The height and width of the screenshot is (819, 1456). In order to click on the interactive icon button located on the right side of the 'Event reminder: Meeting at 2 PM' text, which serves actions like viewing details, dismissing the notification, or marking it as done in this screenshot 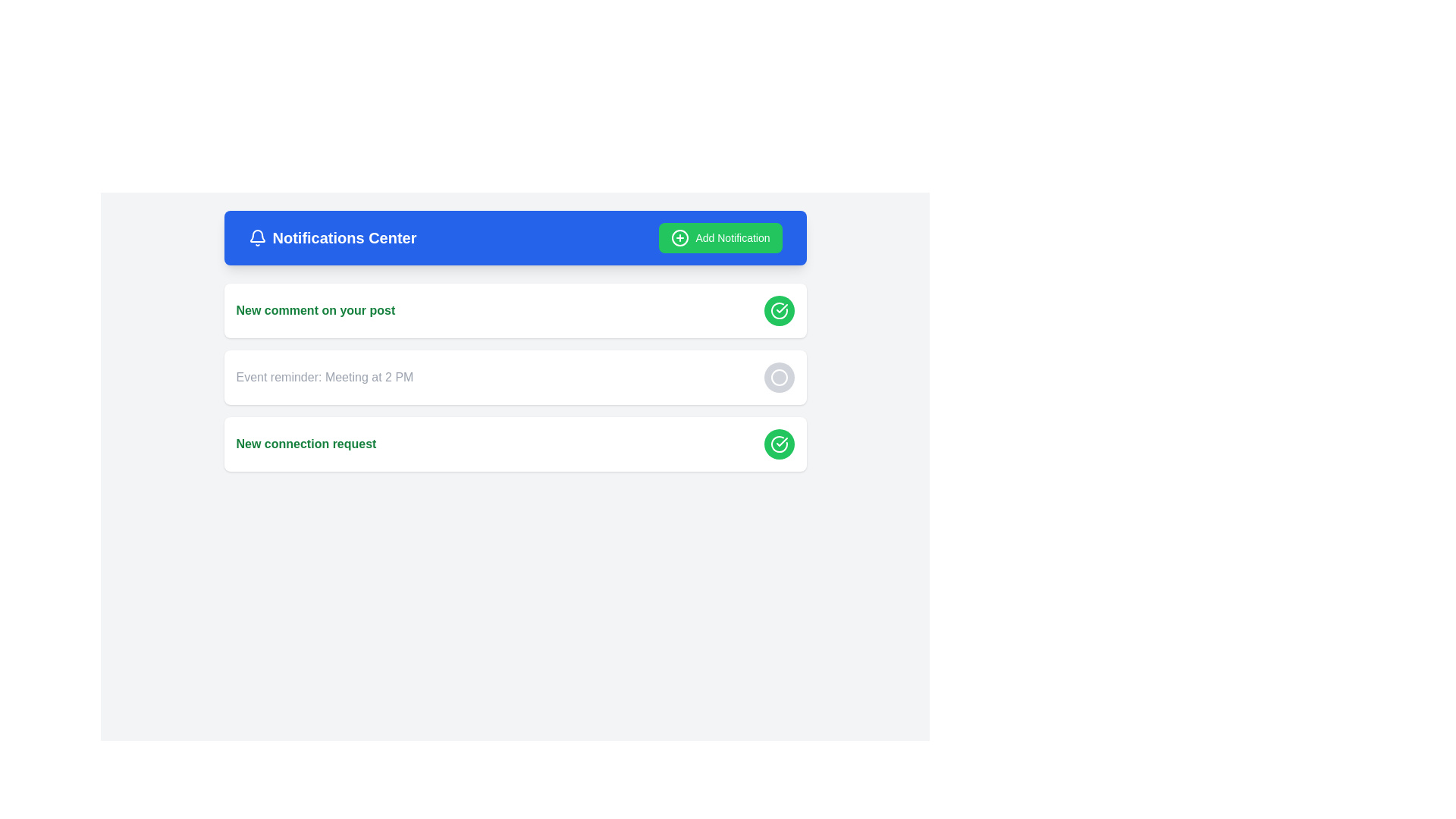, I will do `click(779, 376)`.